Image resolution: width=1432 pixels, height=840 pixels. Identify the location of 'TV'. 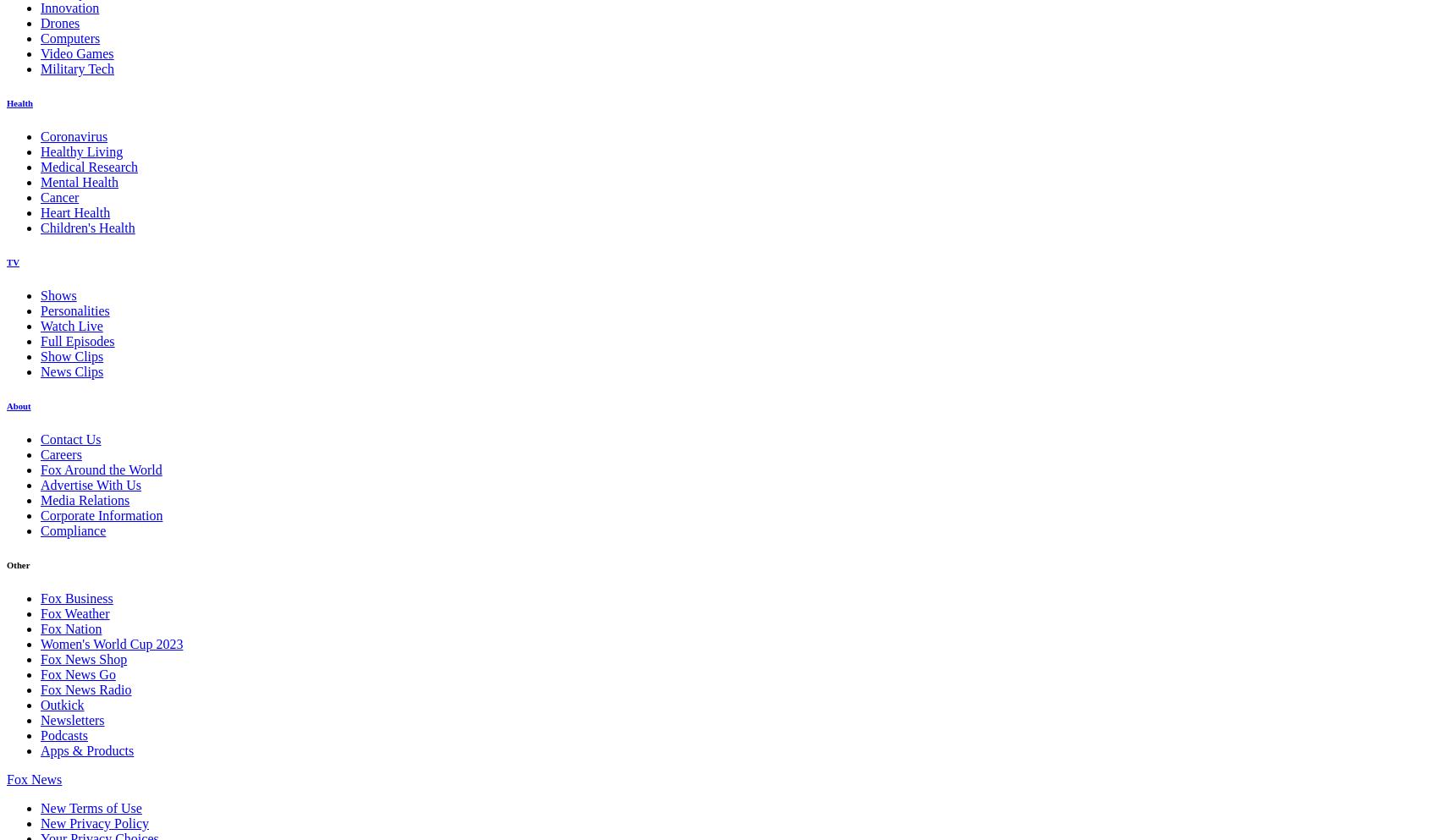
(12, 261).